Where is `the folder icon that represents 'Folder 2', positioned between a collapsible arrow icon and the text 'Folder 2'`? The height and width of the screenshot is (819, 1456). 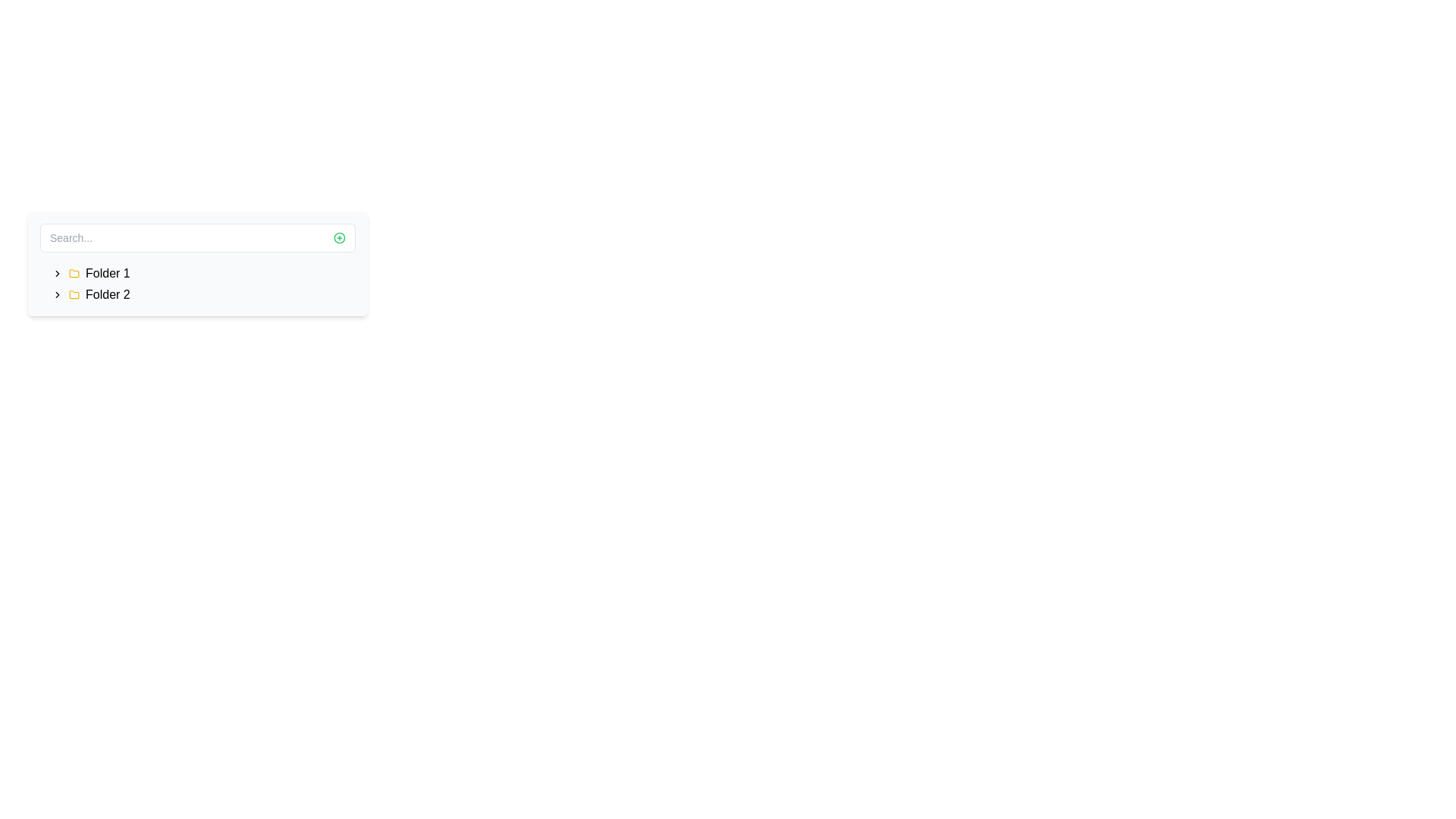 the folder icon that represents 'Folder 2', positioned between a collapsible arrow icon and the text 'Folder 2' is located at coordinates (73, 295).